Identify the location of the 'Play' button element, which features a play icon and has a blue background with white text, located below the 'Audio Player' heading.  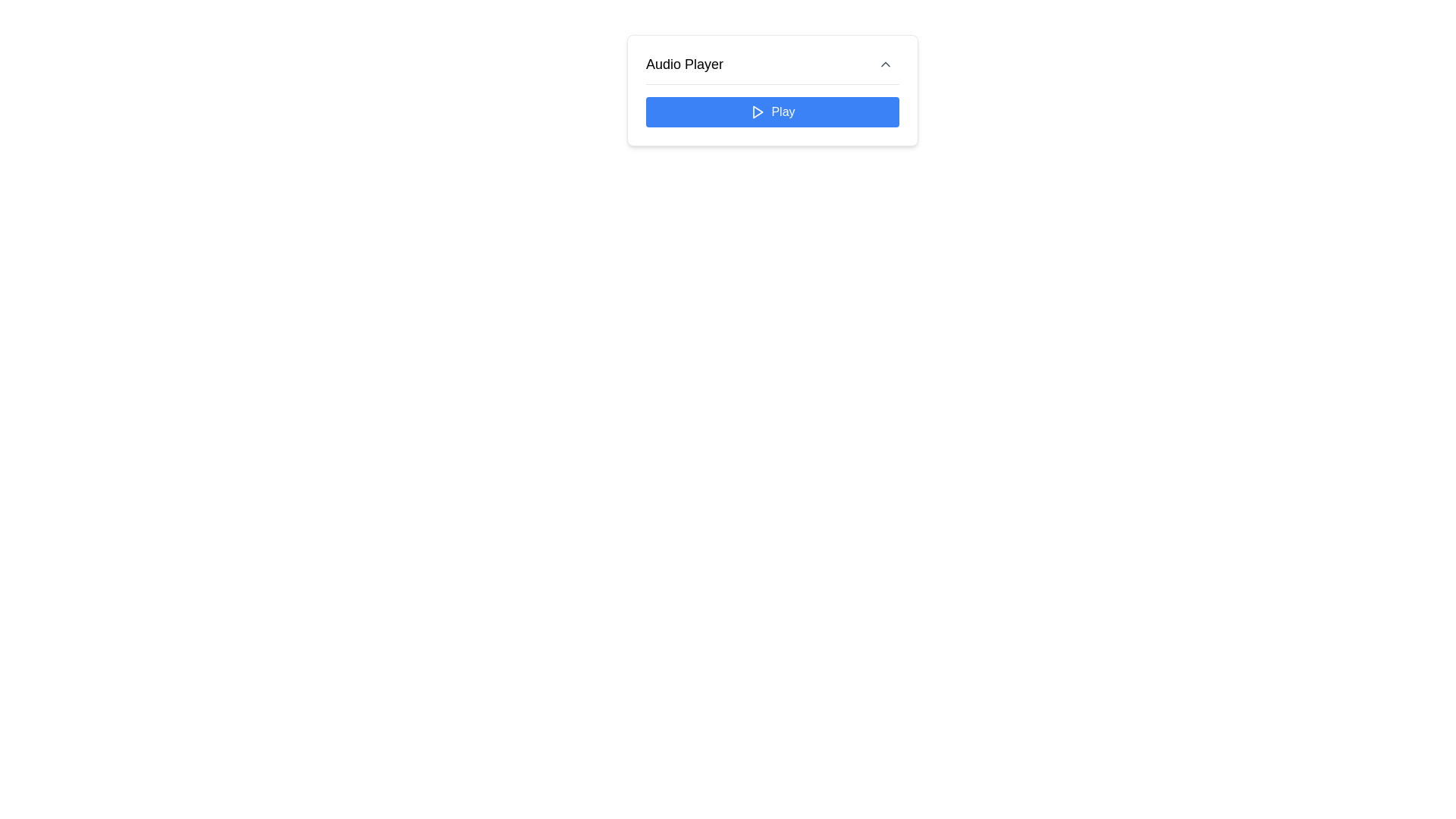
(772, 111).